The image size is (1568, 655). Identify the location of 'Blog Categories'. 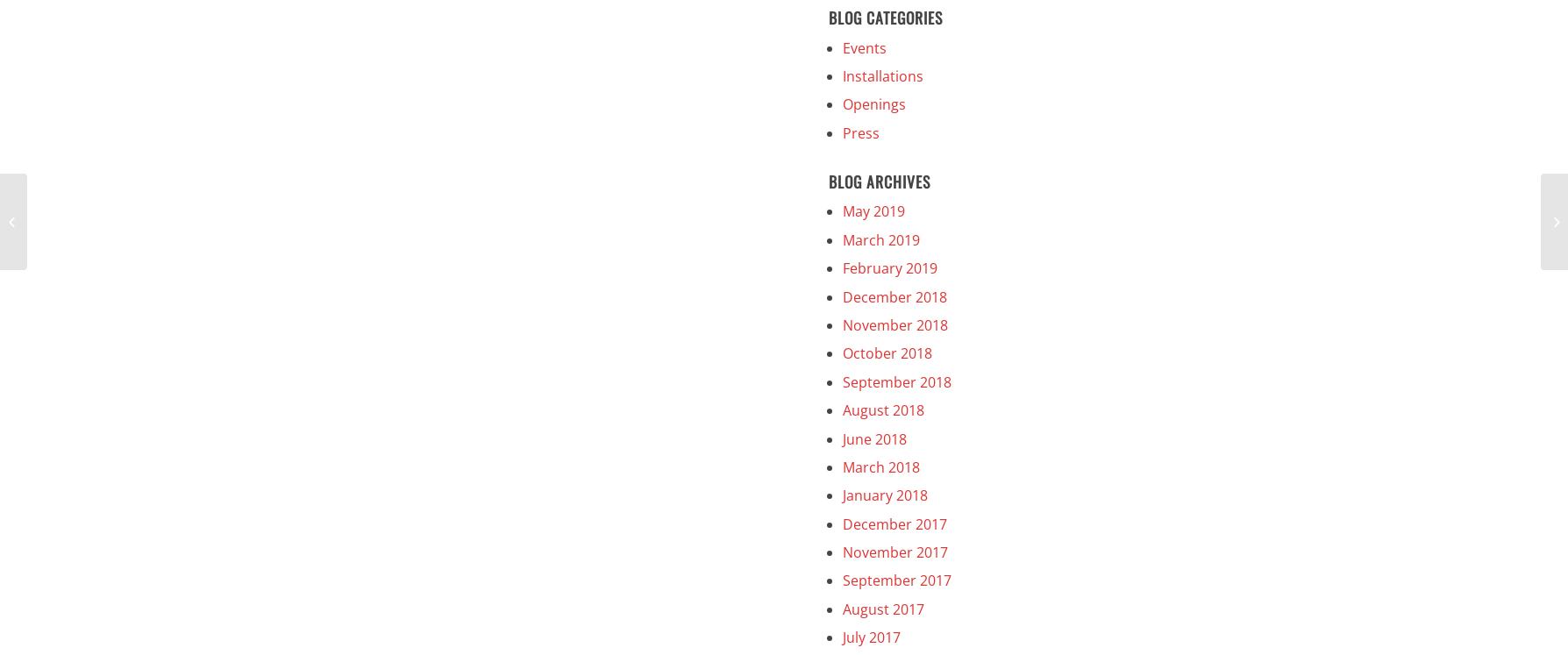
(884, 18).